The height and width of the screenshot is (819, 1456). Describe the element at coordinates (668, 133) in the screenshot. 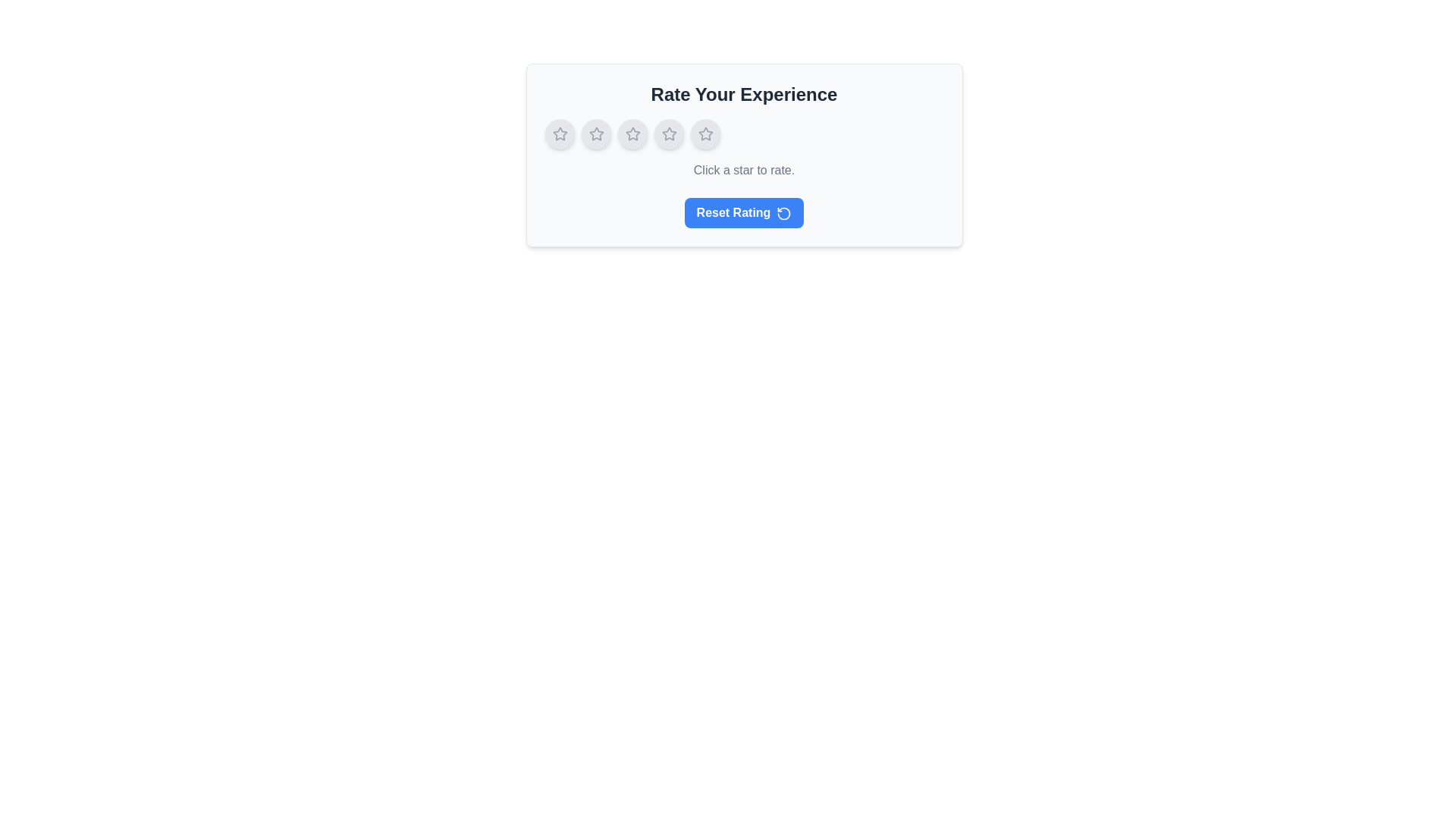

I see `the fourth star button in the five-star rating system to observe the hover effect` at that location.